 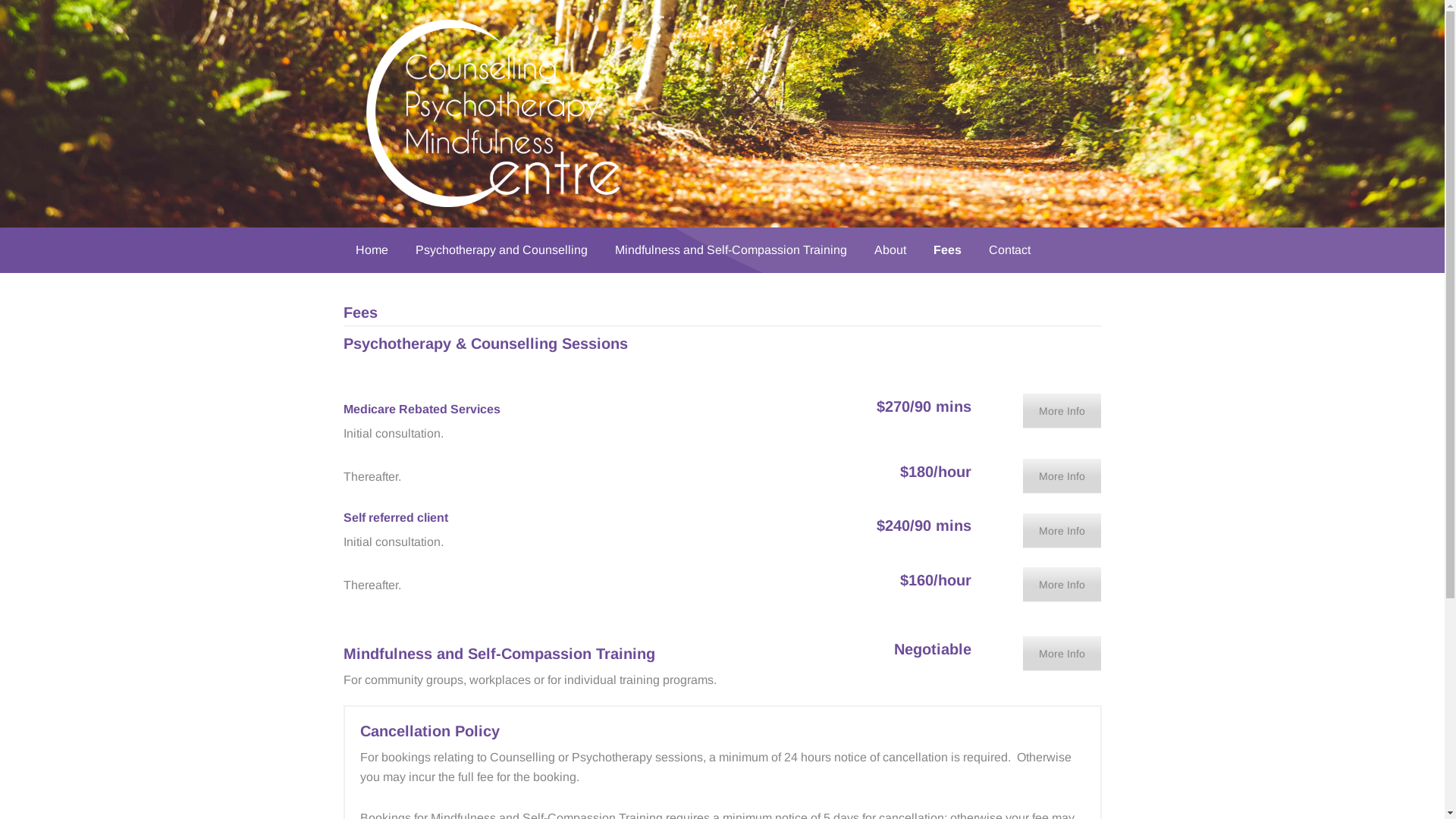 I want to click on 'Psychotherapy and Counselling', so click(x=501, y=249).